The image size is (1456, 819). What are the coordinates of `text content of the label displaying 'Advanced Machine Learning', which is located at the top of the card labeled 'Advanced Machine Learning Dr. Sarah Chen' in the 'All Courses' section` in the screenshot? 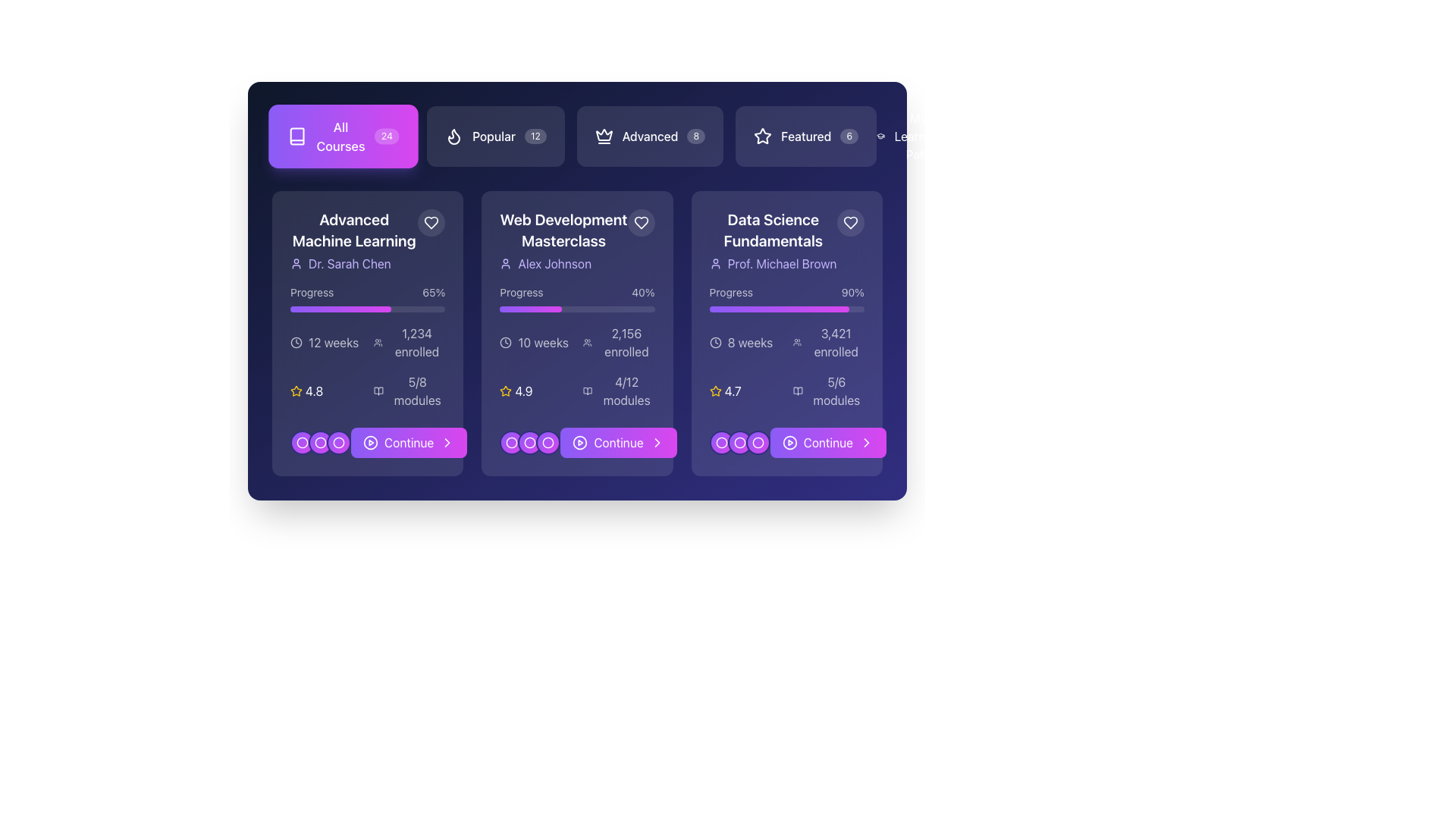 It's located at (353, 231).